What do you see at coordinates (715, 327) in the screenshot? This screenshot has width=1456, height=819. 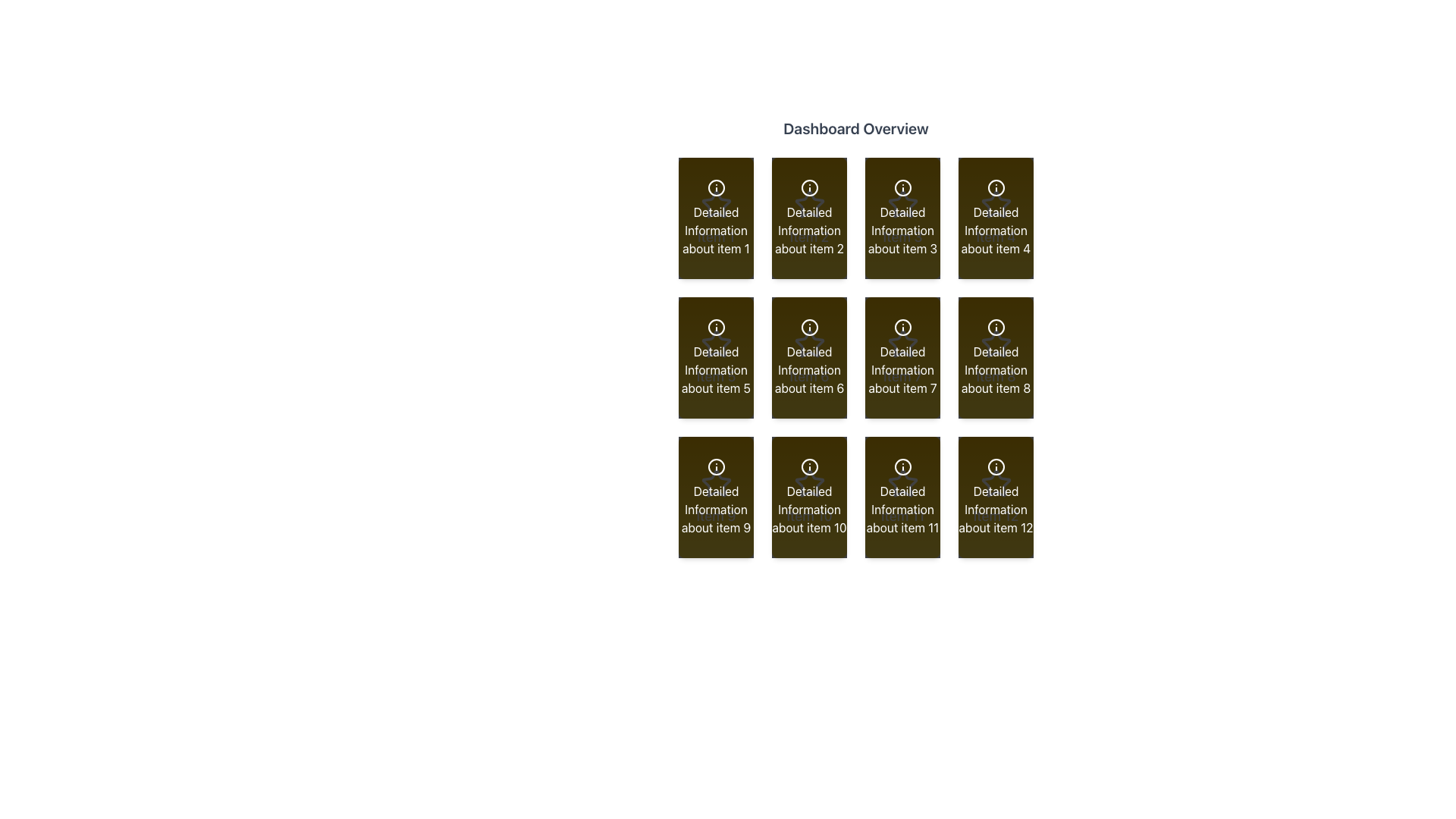 I see `the information icon, characterized by a circular outline enclosing a lowercase 'i', located in the first column of the middle row in a grid layout` at bounding box center [715, 327].